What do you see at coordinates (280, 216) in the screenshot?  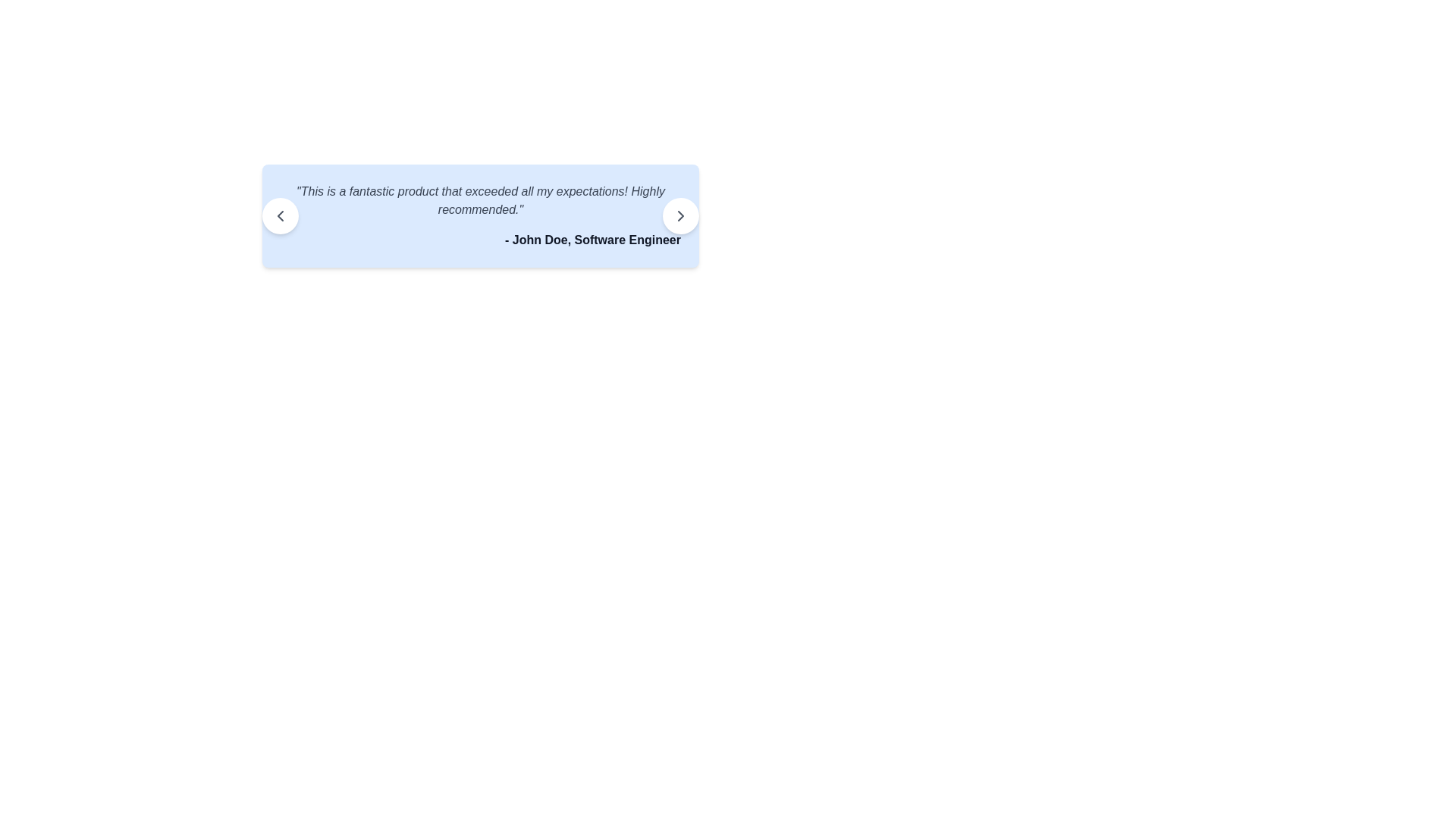 I see `the circular button with a white background and gray border featuring a left-facing chevron icon` at bounding box center [280, 216].